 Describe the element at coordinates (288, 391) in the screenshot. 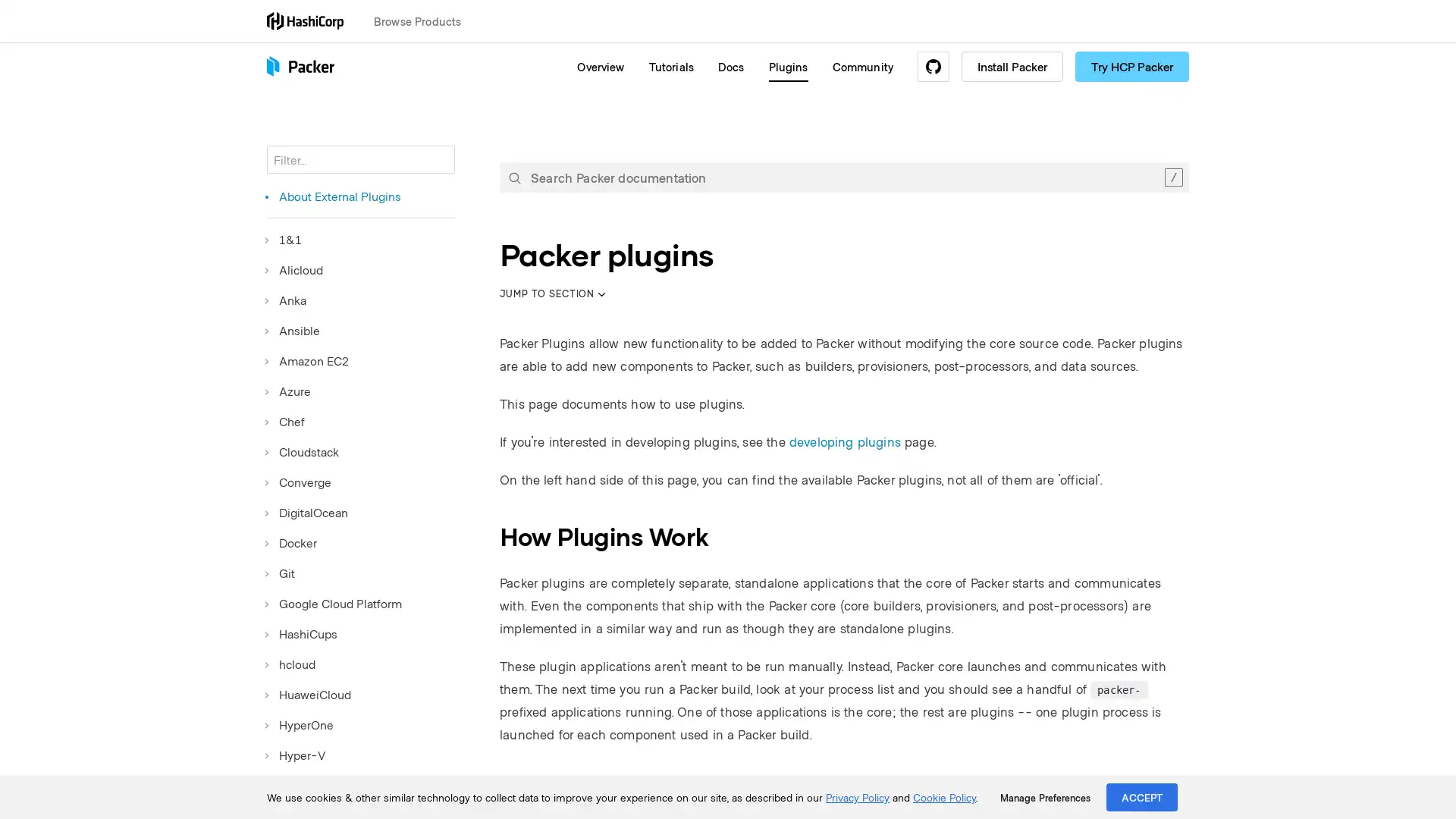

I see `Azure` at that location.